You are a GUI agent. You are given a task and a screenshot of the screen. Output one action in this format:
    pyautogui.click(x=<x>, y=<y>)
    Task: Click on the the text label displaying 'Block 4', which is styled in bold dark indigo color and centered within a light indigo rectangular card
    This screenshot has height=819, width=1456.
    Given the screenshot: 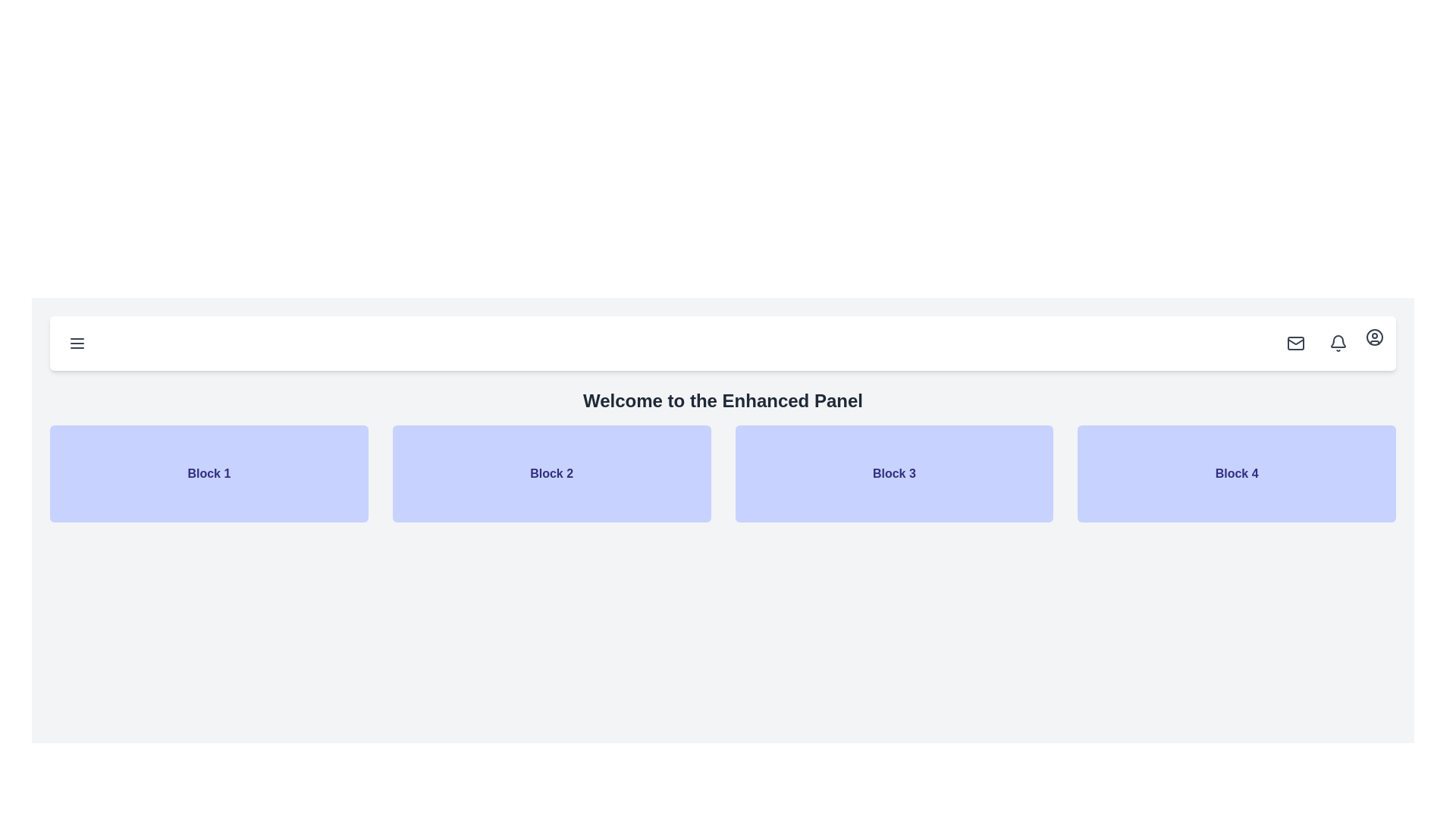 What is the action you would take?
    pyautogui.click(x=1237, y=472)
    